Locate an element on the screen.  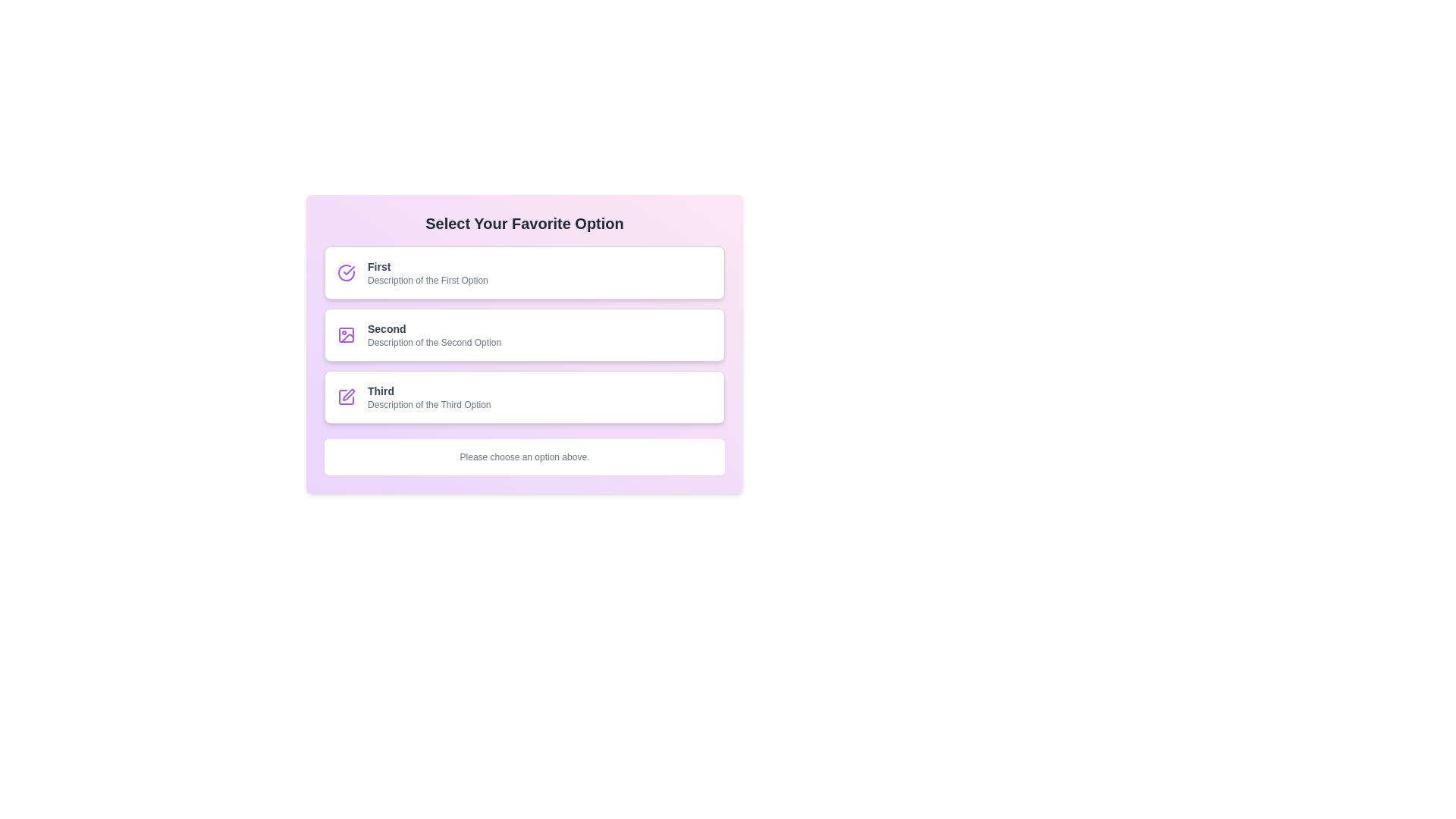
the SVG icon shaped like a pen, which is located to the left of the 'Third' option in the list, indicating editing or writing functionalities is located at coordinates (348, 394).